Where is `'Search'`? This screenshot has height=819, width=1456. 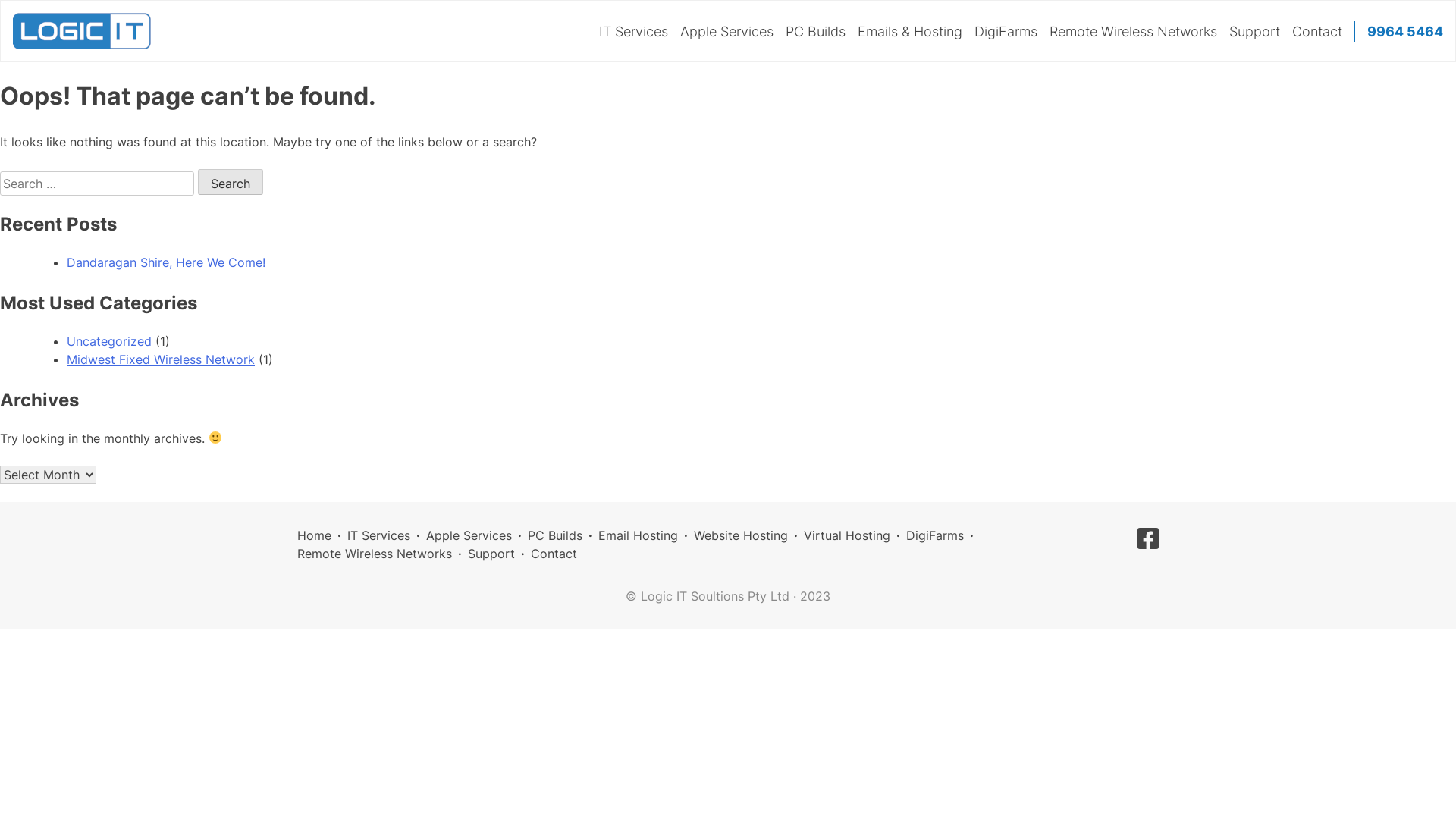 'Search' is located at coordinates (229, 180).